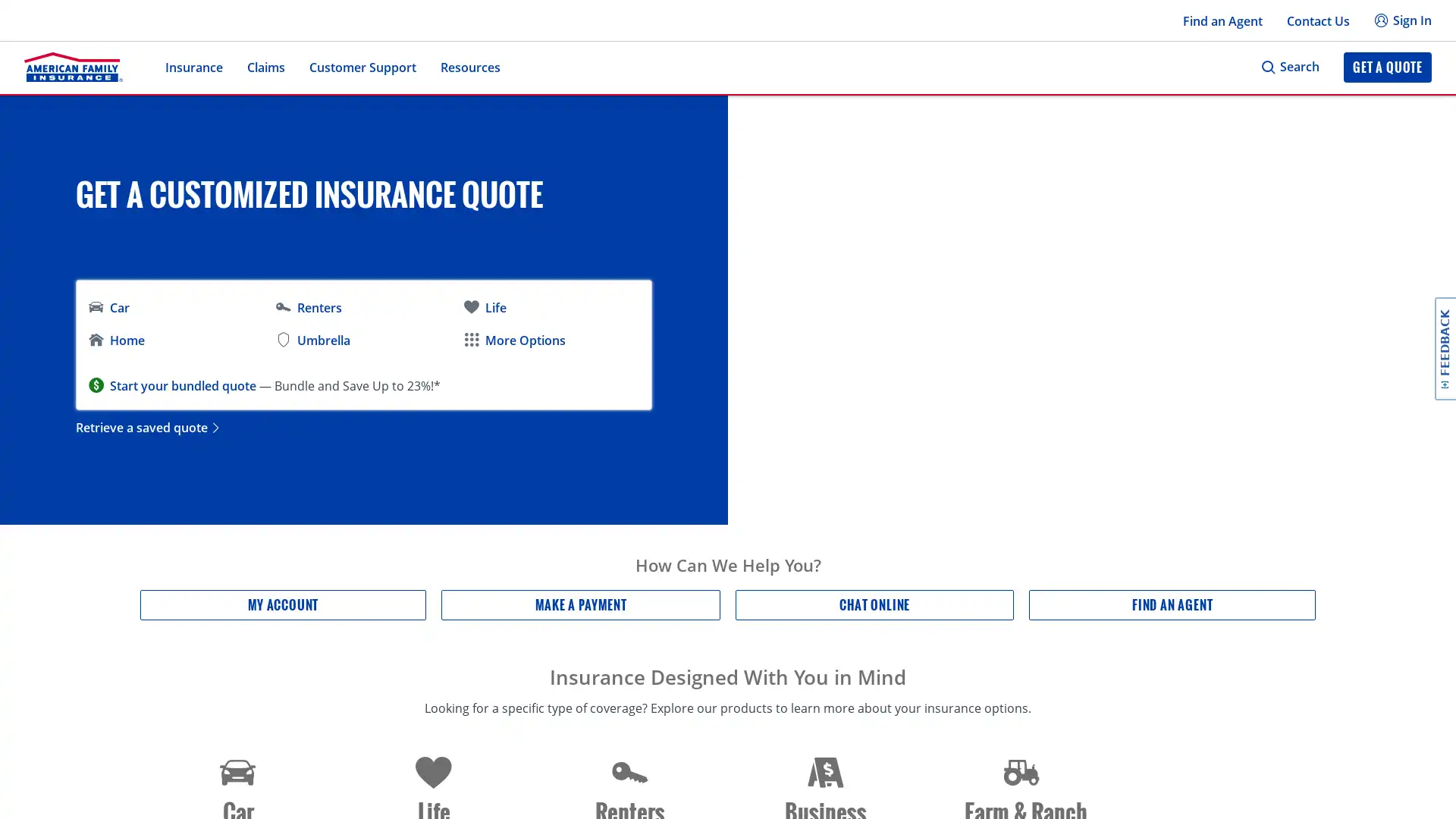  What do you see at coordinates (312, 340) in the screenshot?
I see `Umbrella` at bounding box center [312, 340].